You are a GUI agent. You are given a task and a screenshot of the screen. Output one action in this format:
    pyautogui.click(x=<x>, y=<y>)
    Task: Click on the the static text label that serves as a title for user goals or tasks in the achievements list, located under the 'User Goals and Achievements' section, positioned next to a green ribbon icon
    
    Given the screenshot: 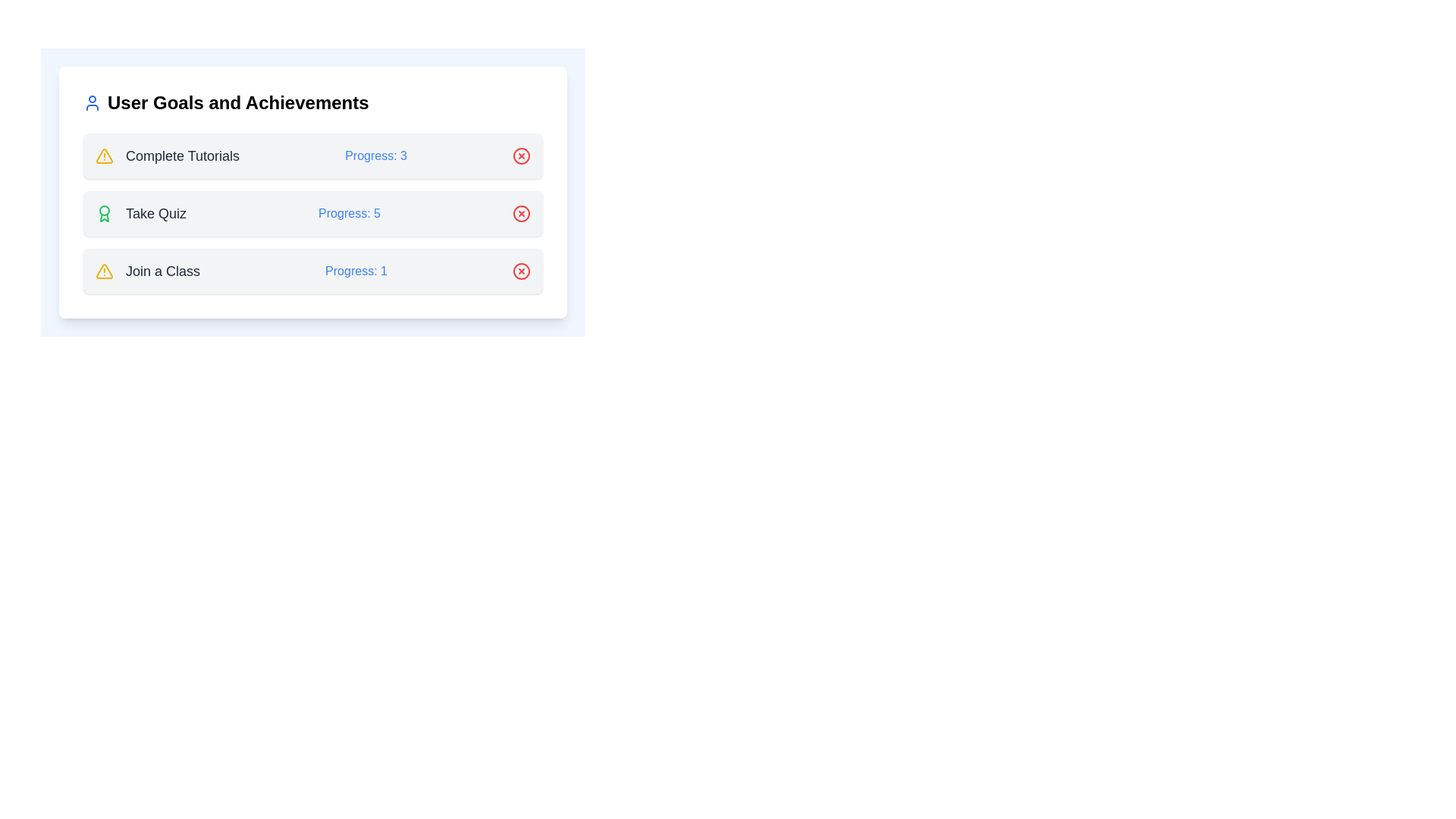 What is the action you would take?
    pyautogui.click(x=156, y=213)
    